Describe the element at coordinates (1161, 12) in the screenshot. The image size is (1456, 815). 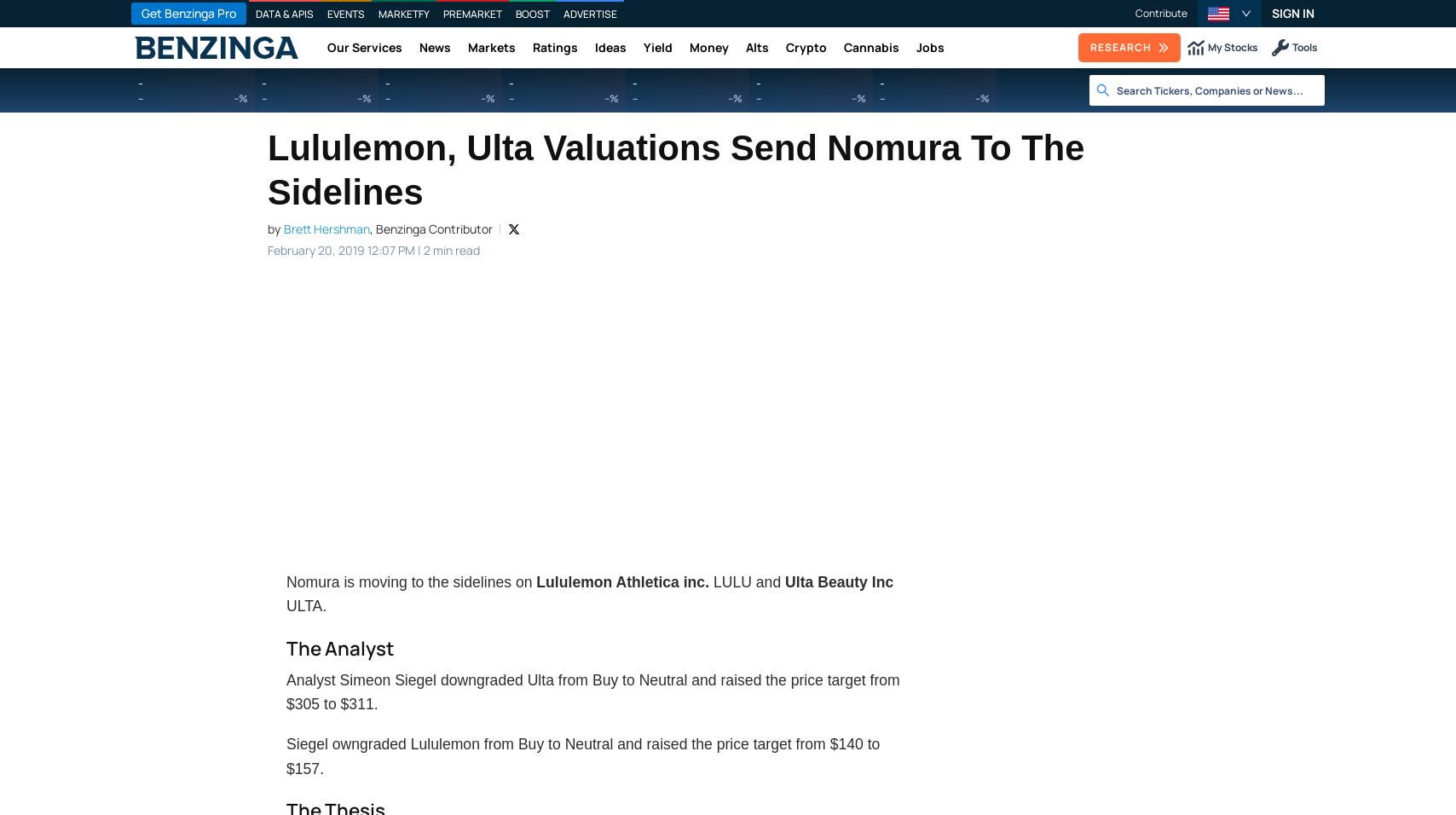
I see `'Contribute'` at that location.